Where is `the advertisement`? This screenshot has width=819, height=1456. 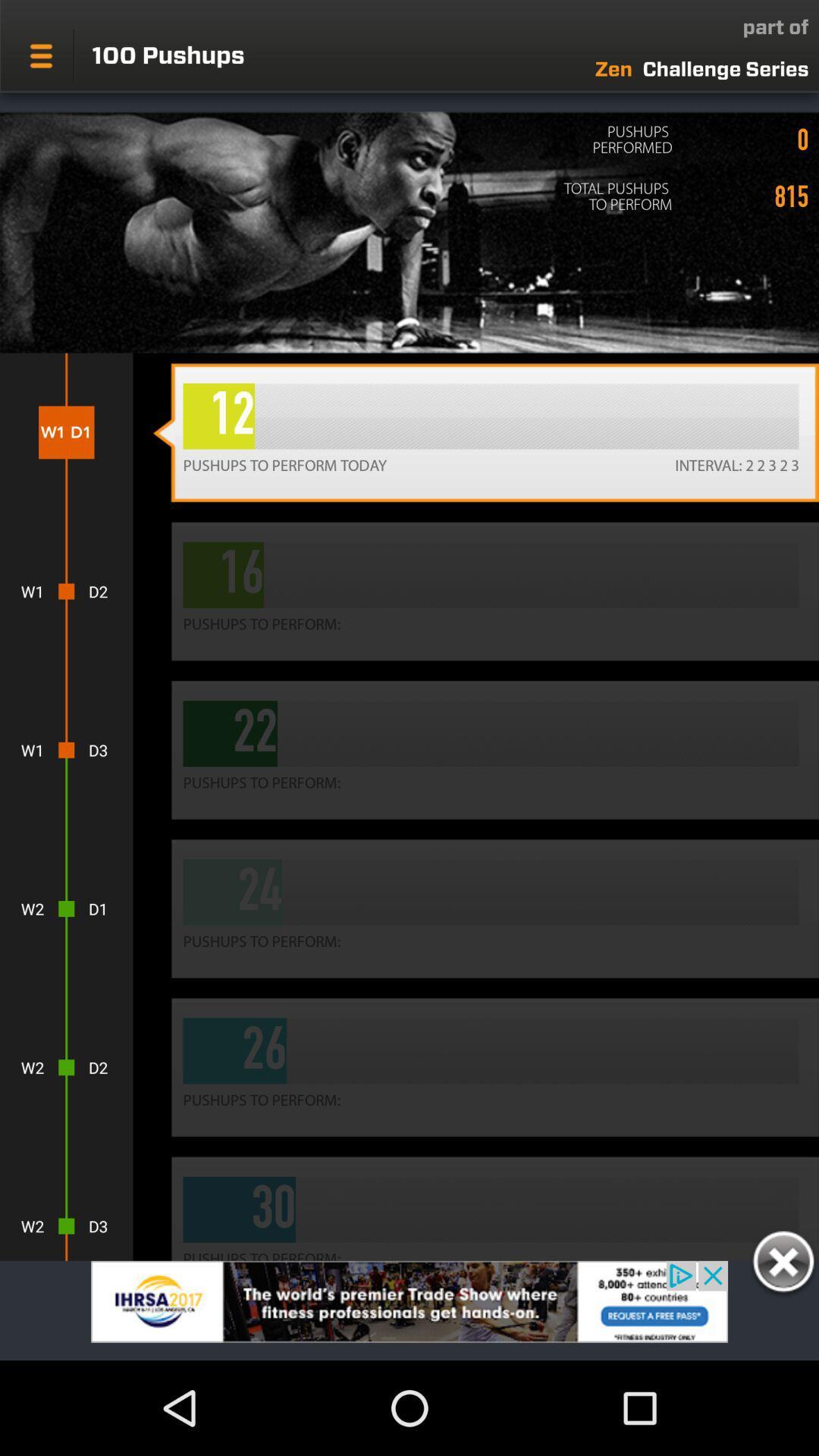 the advertisement is located at coordinates (783, 1264).